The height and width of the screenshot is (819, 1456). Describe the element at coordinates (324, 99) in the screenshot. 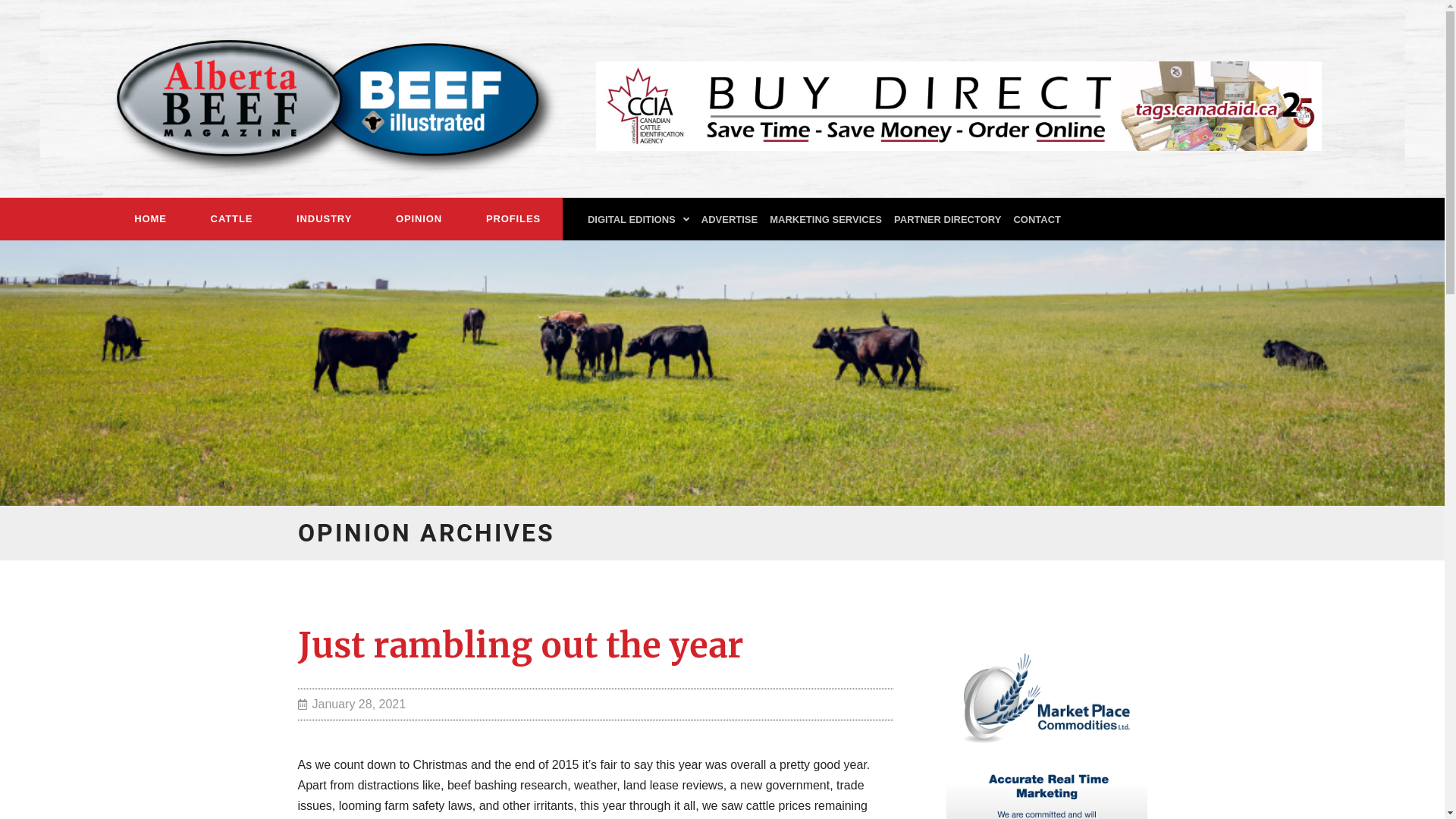

I see `'logo'` at that location.